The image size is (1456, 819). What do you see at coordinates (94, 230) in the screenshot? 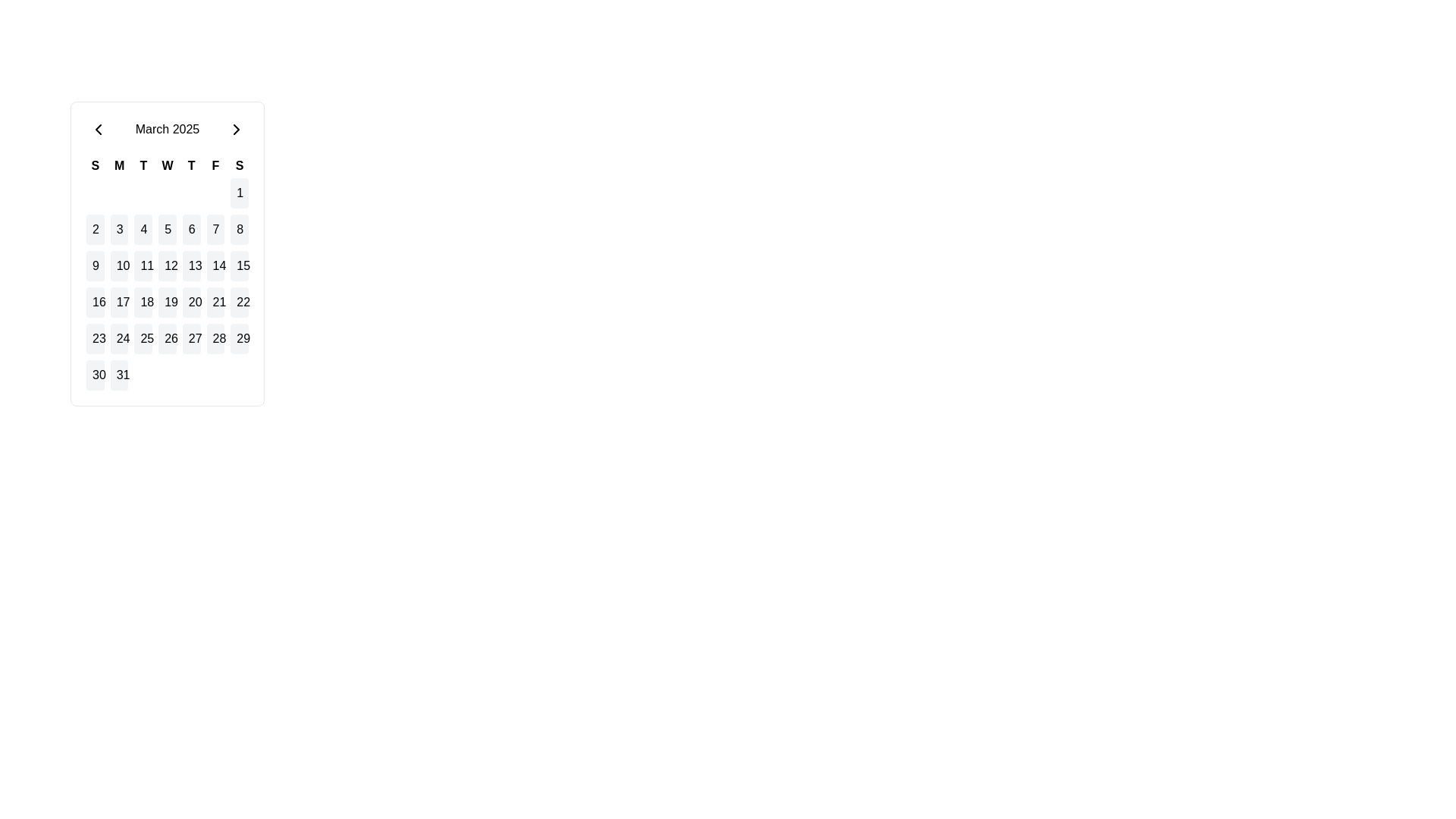
I see `the rounded button with a light gray background and black text displaying the number '2'` at bounding box center [94, 230].